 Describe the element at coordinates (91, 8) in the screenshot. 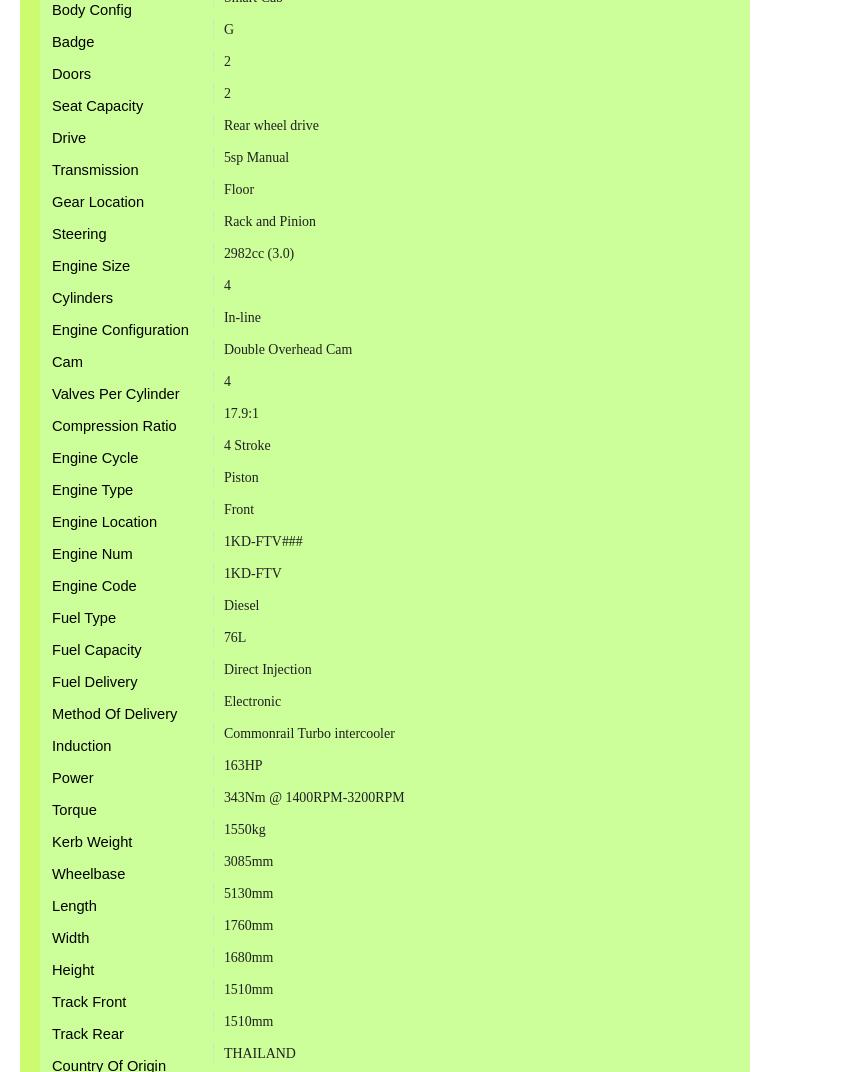

I see `'Body Config'` at that location.